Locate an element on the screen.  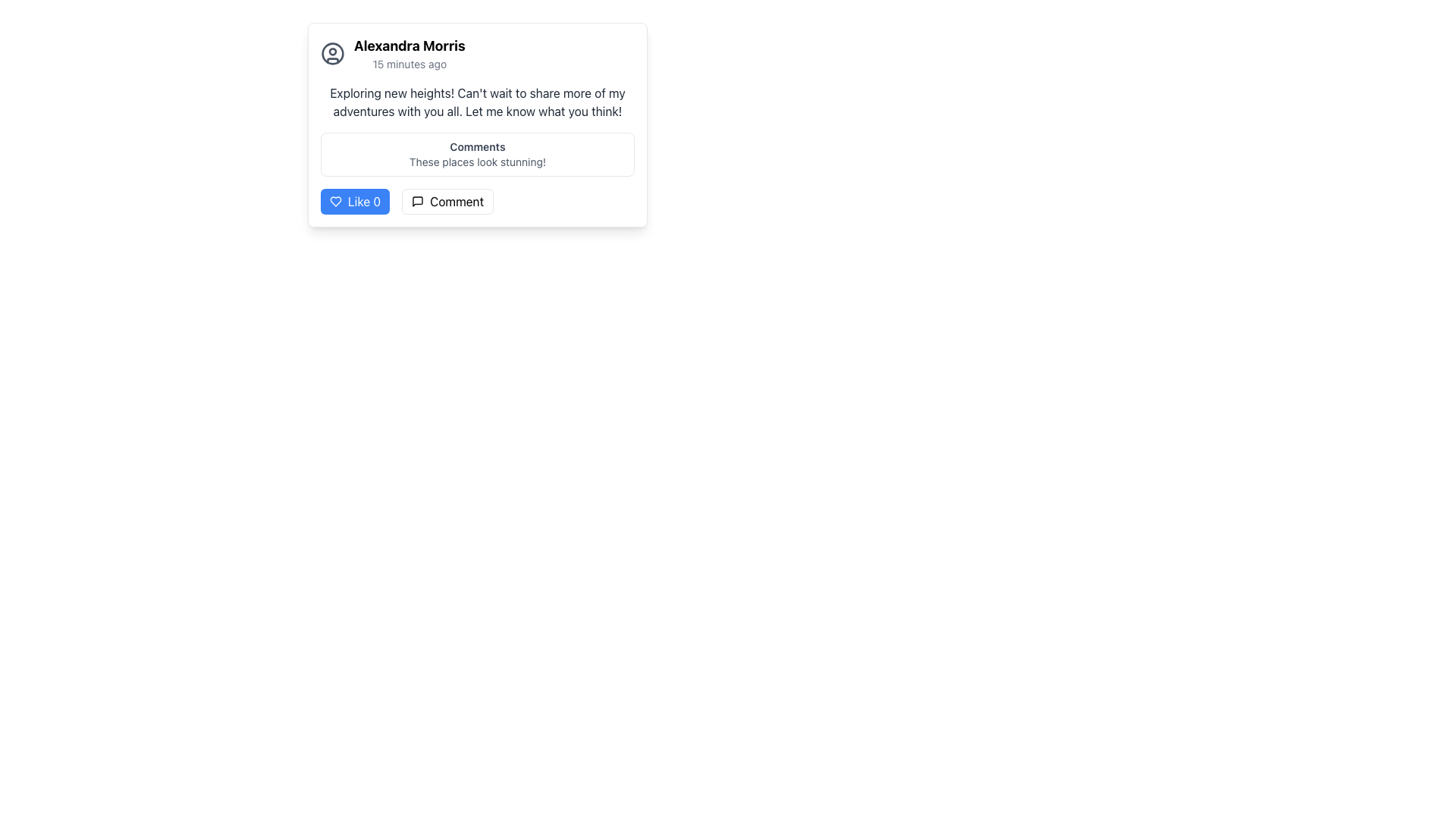
the Text Display element that shows comments or user feedback, located below the 'Comments' label within a rounded border box is located at coordinates (476, 162).